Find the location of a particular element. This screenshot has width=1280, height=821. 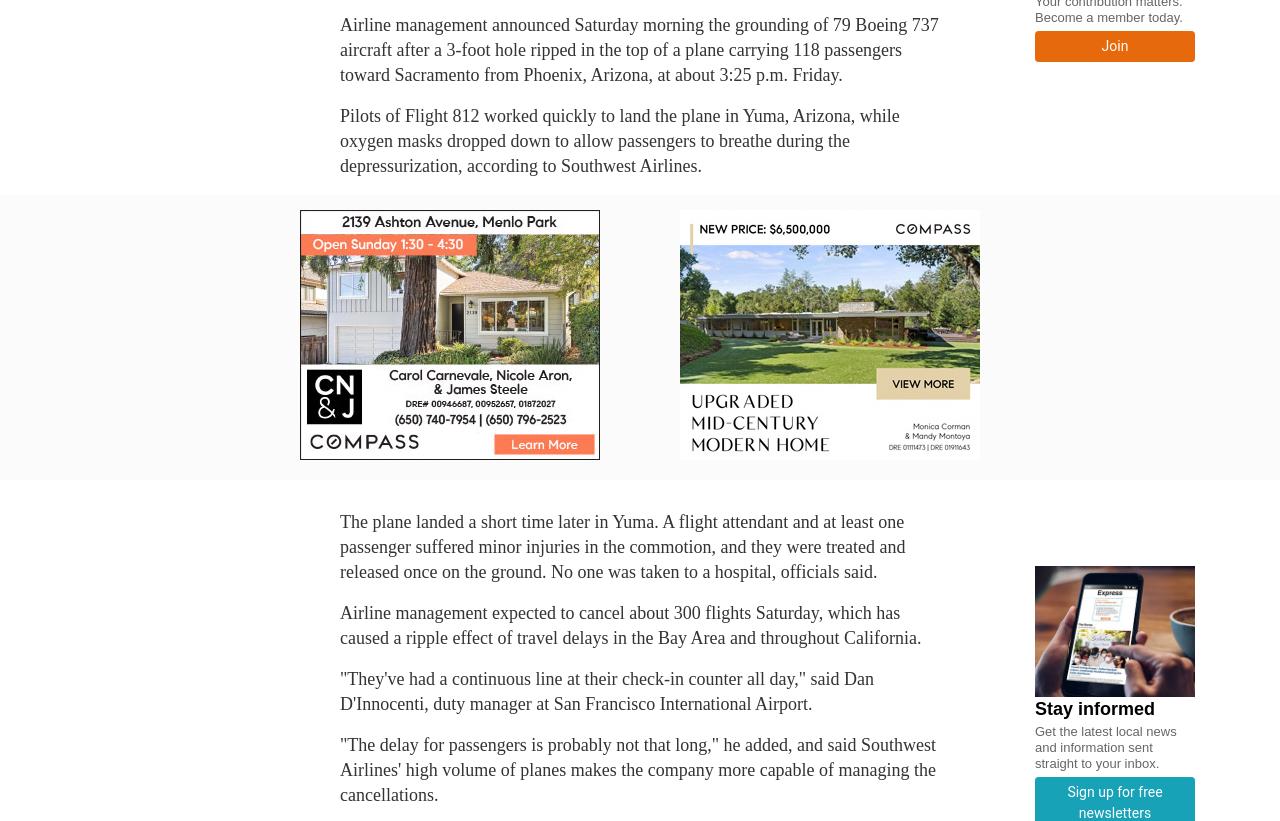

'Join' is located at coordinates (1100, 43).